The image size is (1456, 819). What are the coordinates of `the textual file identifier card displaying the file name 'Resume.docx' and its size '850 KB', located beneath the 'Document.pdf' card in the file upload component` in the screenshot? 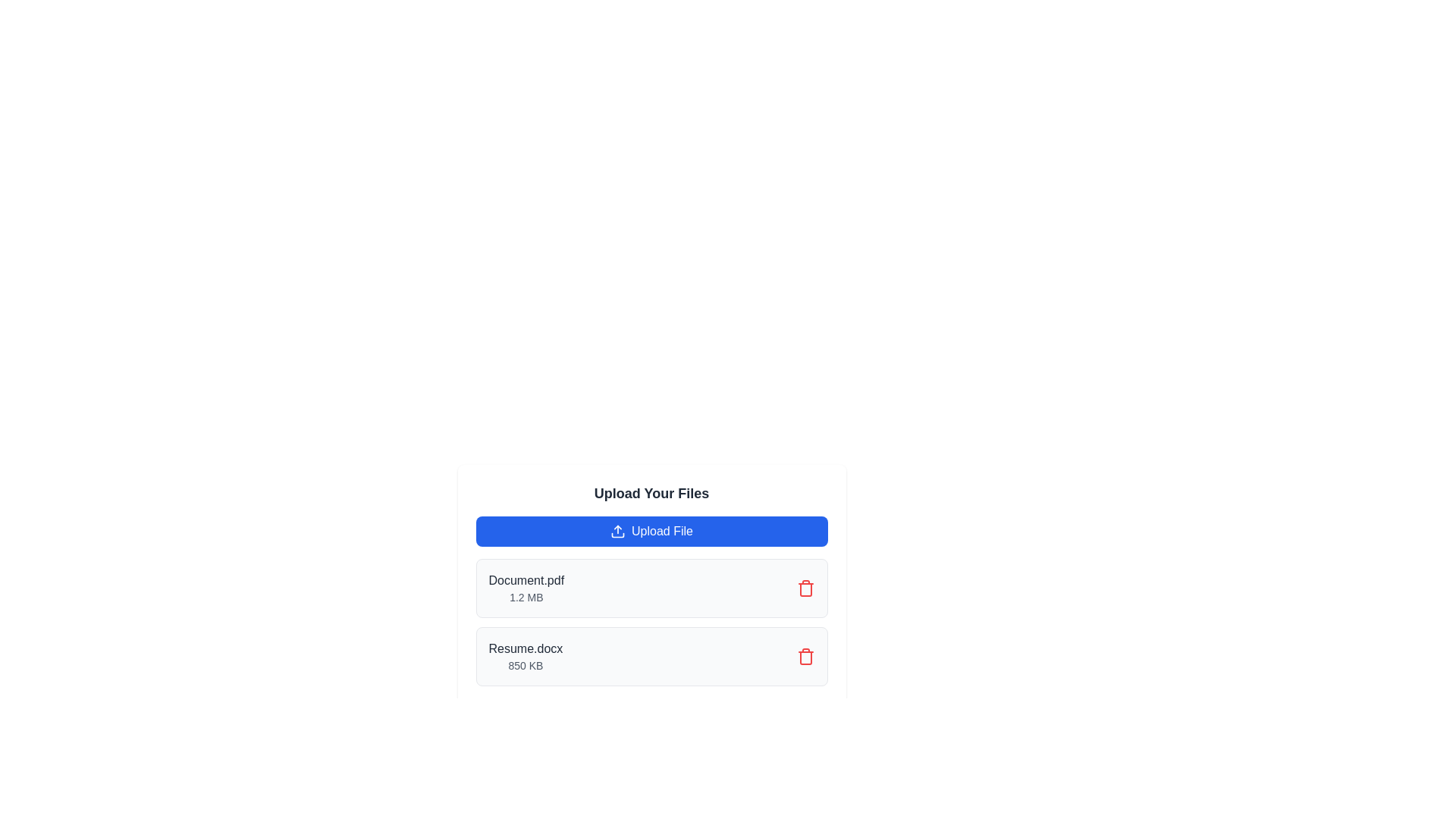 It's located at (526, 656).